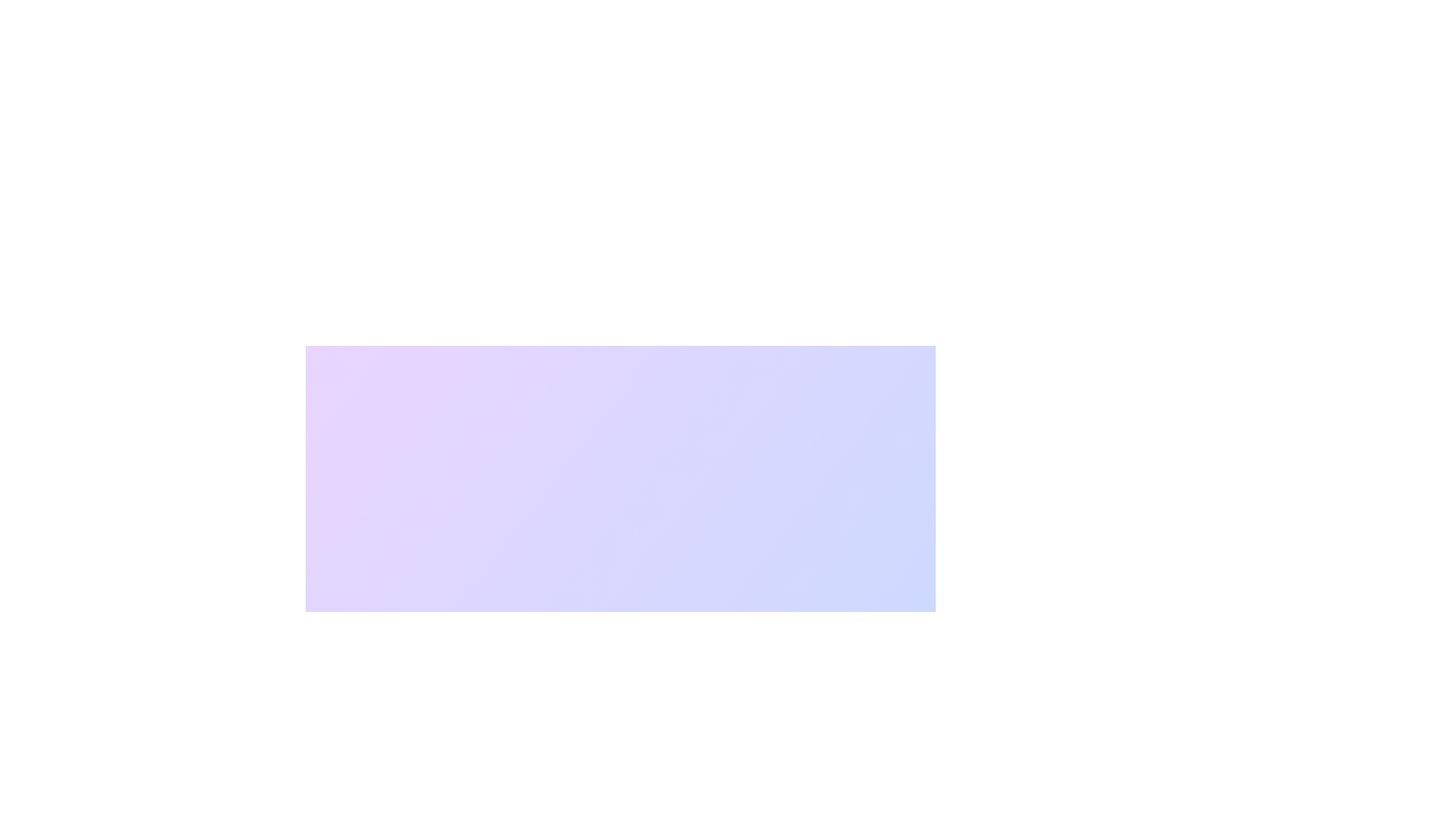  I want to click on the SVG circle graphic indicator positioned near the bottom of the interface, so click(723, 758).